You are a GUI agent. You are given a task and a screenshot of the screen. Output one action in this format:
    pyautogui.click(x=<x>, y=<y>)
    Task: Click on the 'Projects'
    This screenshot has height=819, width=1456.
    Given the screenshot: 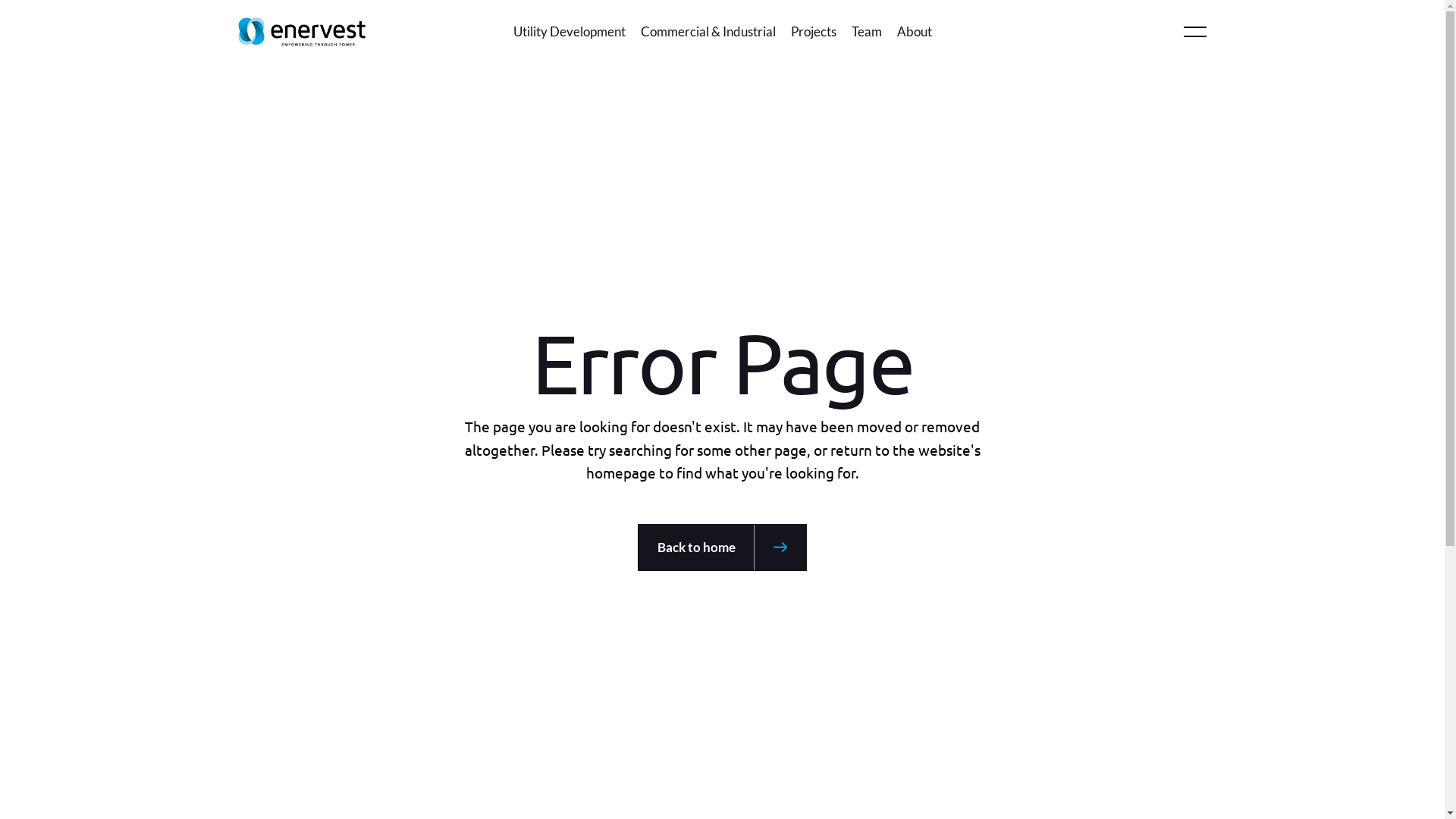 What is the action you would take?
    pyautogui.click(x=789, y=32)
    